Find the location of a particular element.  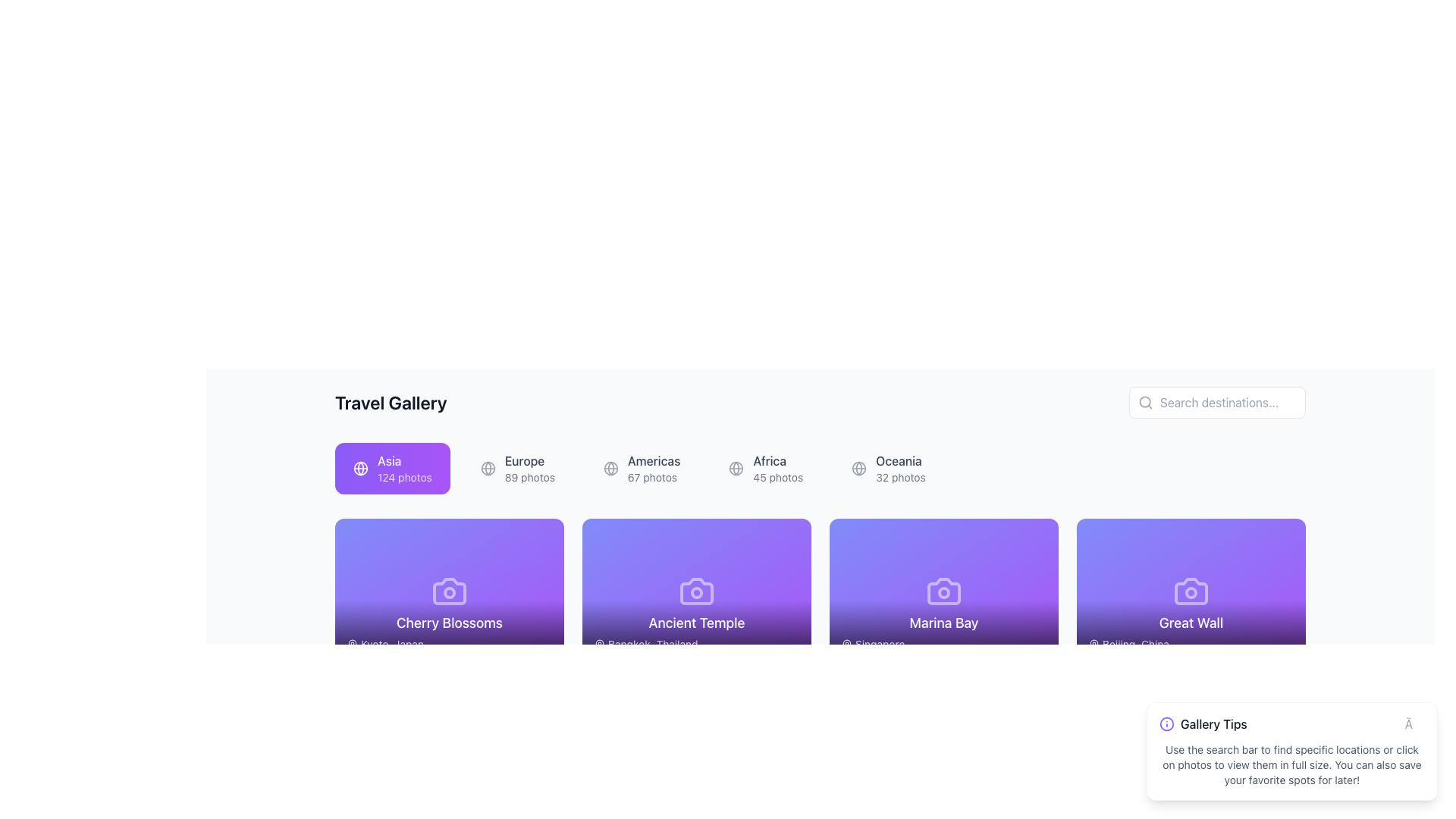

the 'Asia' geographical category text label in the 'Travel Gallery' section is located at coordinates (404, 467).